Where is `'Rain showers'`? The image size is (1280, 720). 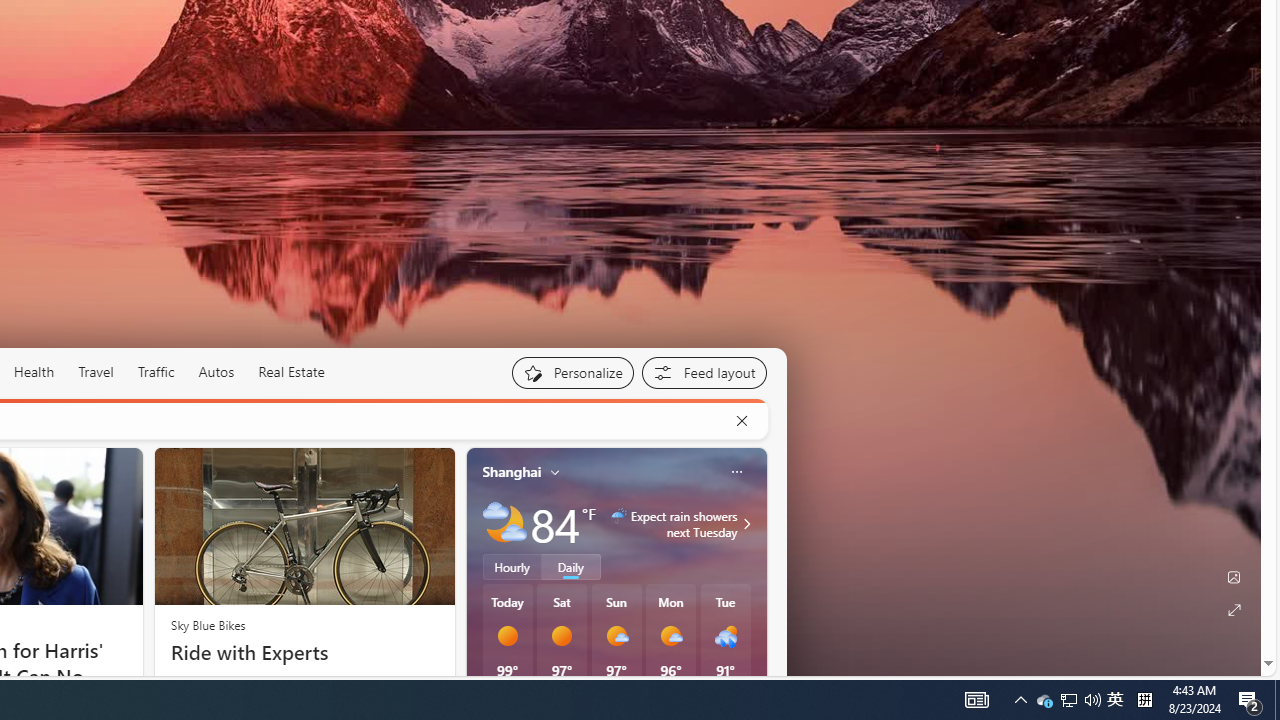 'Rain showers' is located at coordinates (724, 636).